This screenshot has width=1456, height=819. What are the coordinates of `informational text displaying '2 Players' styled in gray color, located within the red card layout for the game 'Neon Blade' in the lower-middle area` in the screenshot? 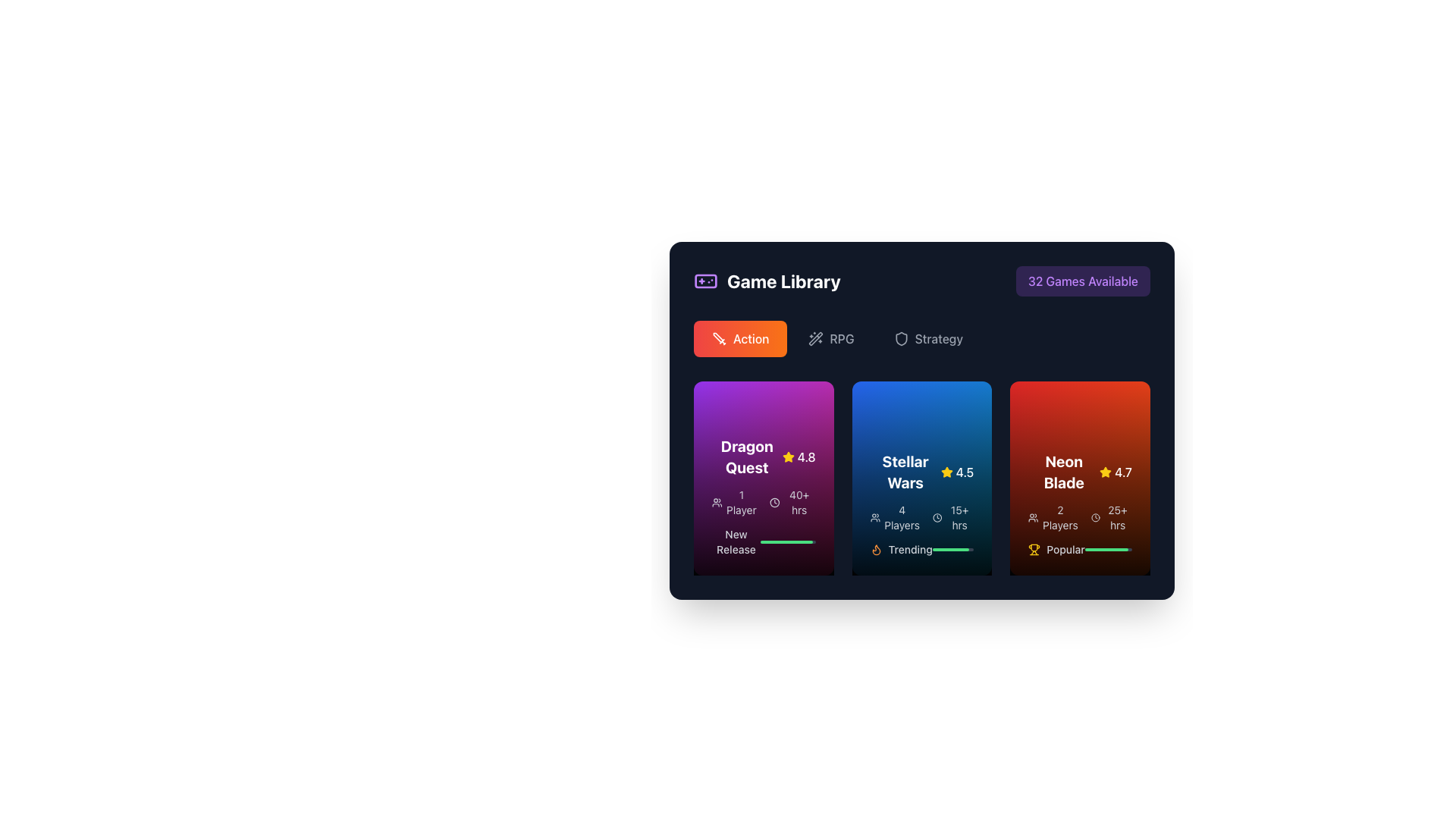 It's located at (1053, 516).